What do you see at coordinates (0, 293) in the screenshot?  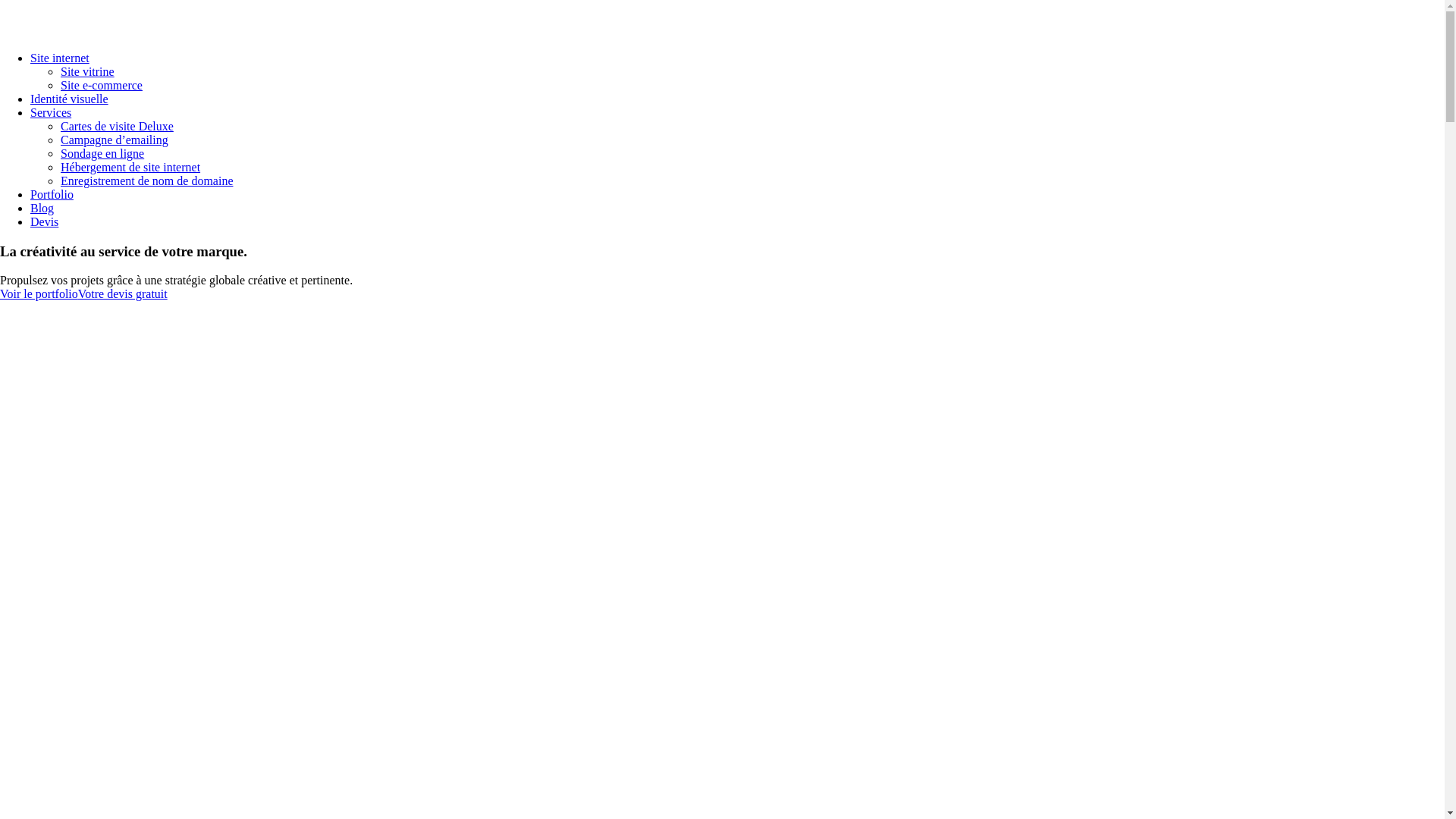 I see `'Voir le portfolio'` at bounding box center [0, 293].